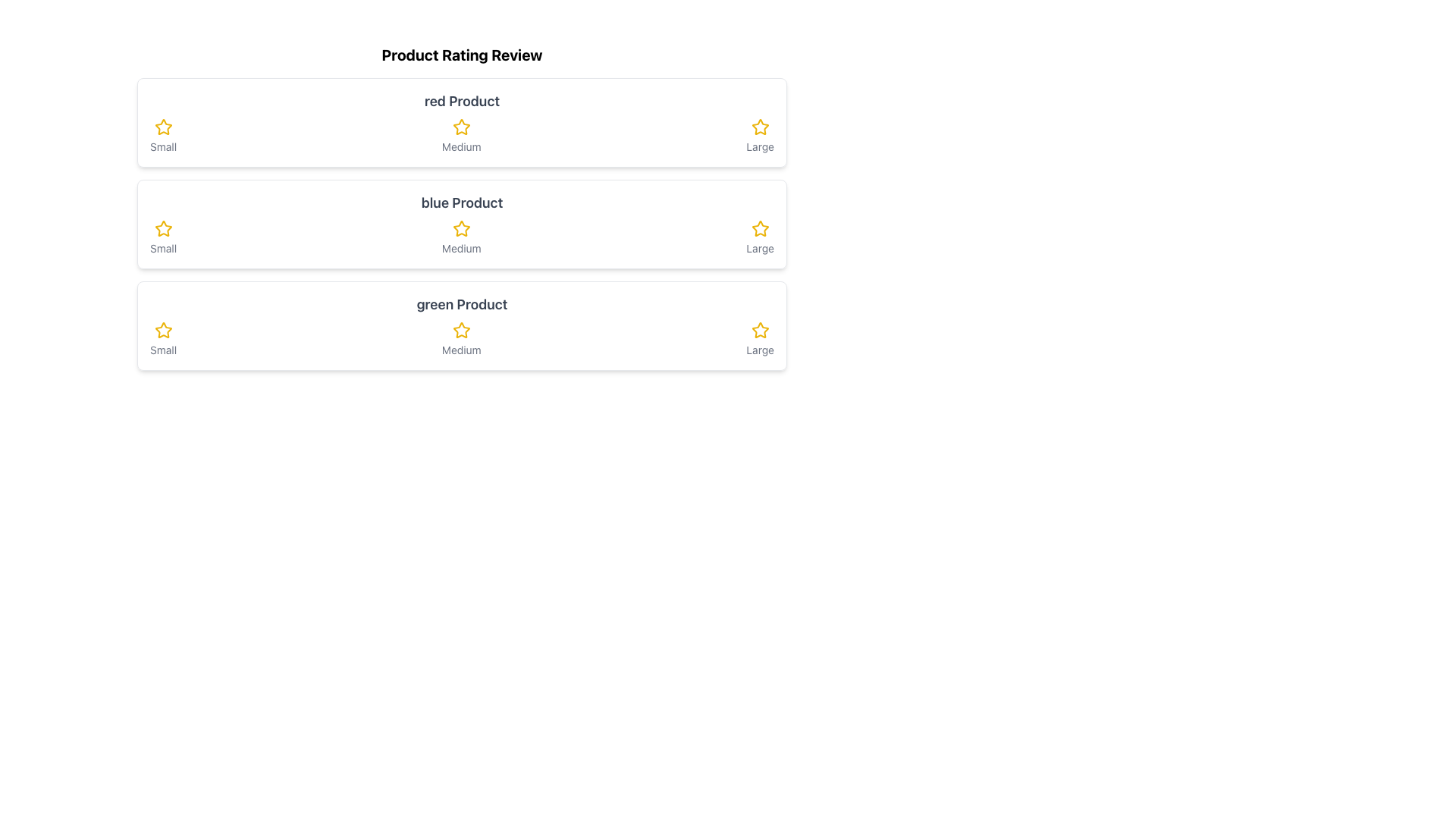  What do you see at coordinates (163, 338) in the screenshot?
I see `the first selectable option for 'small' size in the 'green Product' section` at bounding box center [163, 338].